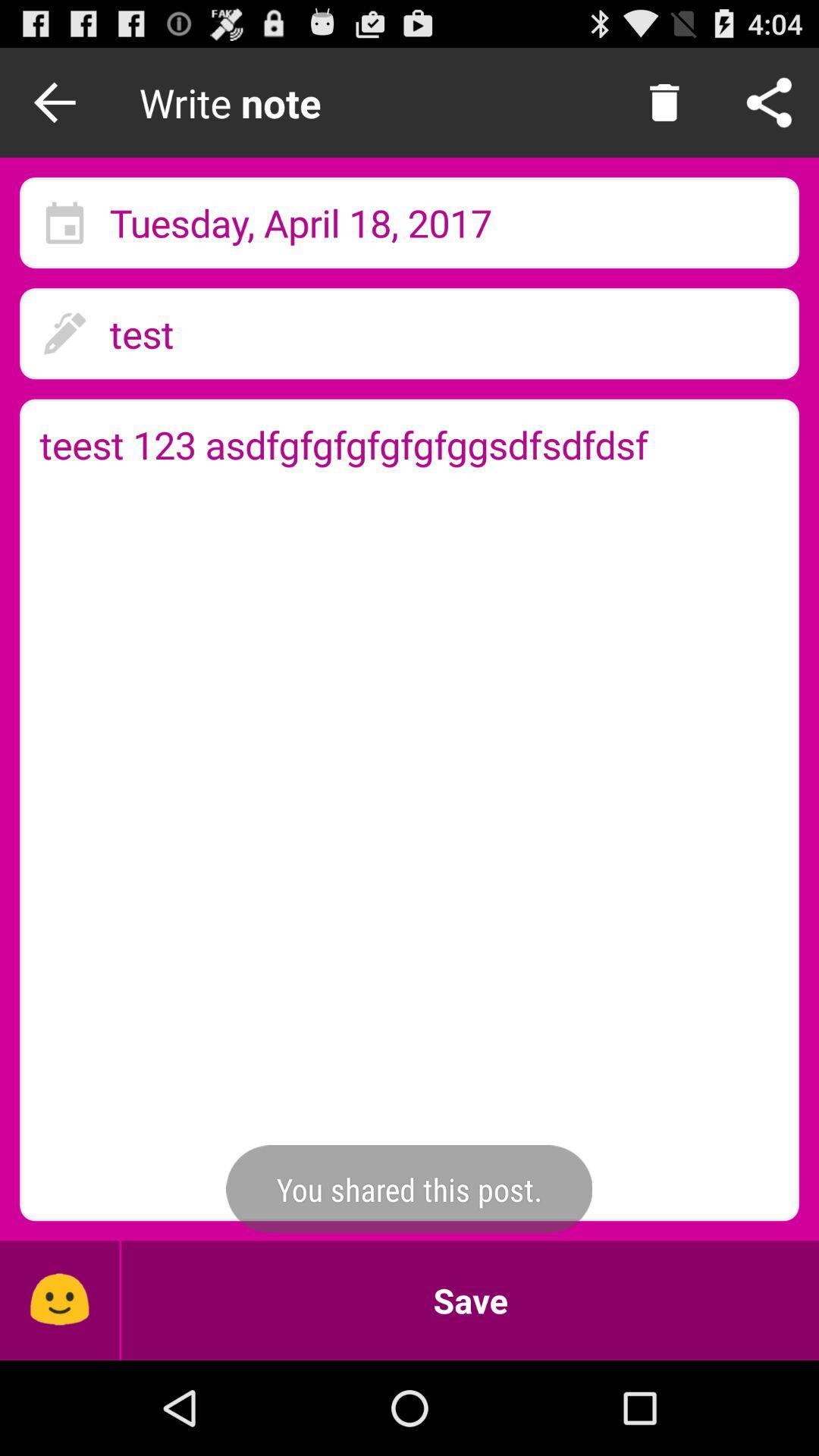 Image resolution: width=819 pixels, height=1456 pixels. I want to click on the share icon, so click(769, 108).